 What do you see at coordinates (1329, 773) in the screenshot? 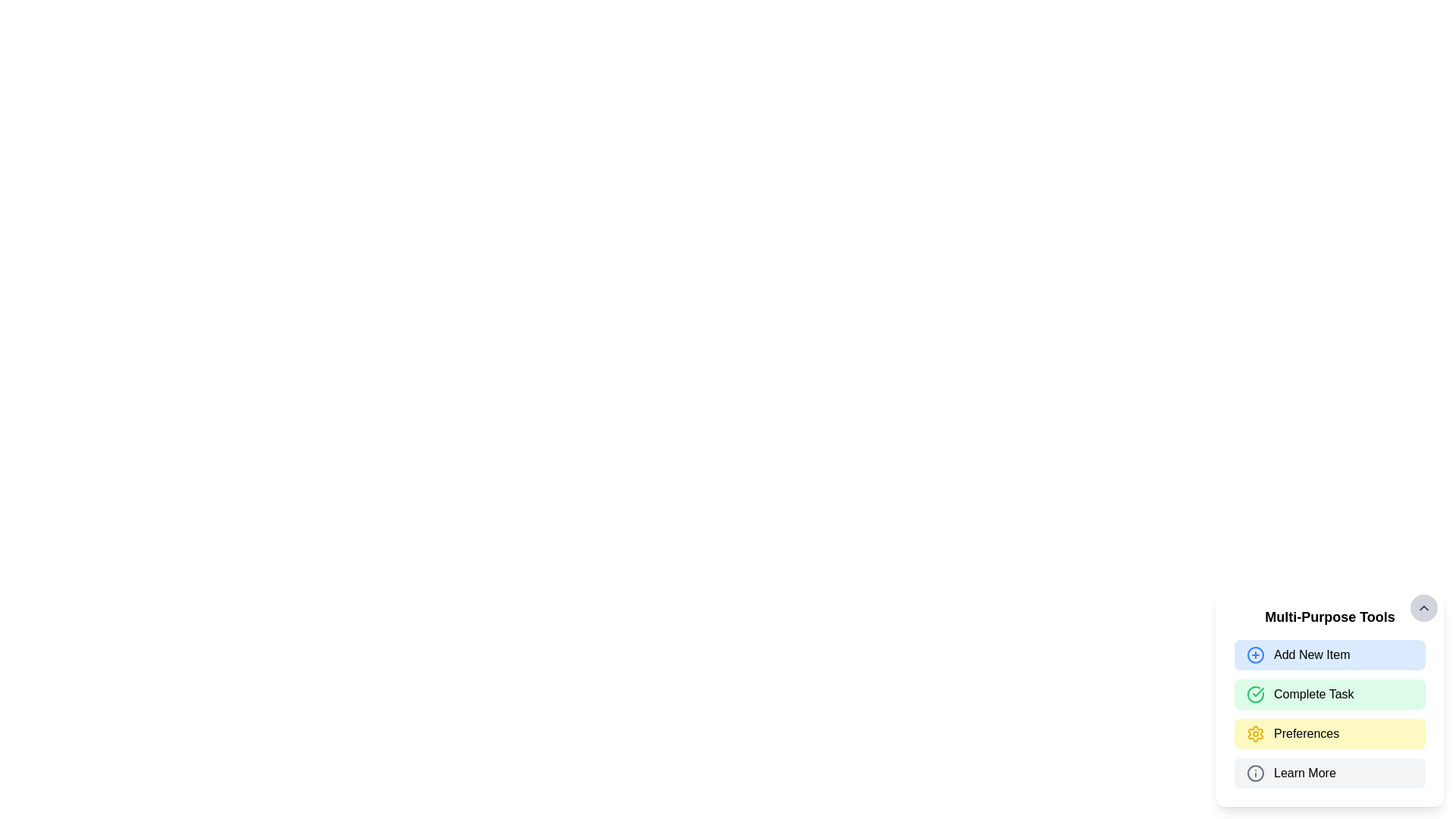
I see `the button at the bottom of the 'Multi-Purpose Tools' menu` at bounding box center [1329, 773].